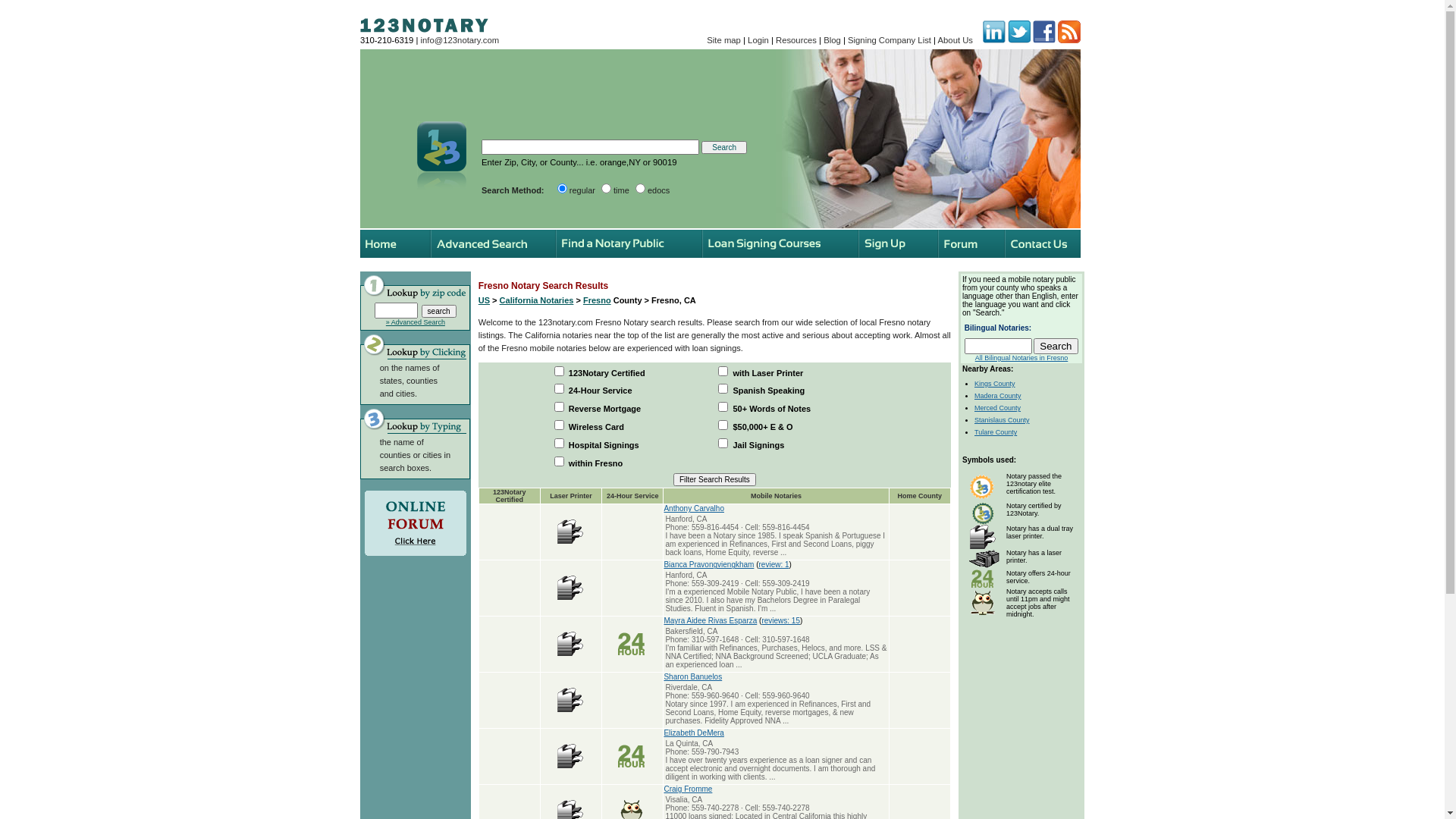 The image size is (1456, 819). What do you see at coordinates (954, 39) in the screenshot?
I see `'About Us'` at bounding box center [954, 39].